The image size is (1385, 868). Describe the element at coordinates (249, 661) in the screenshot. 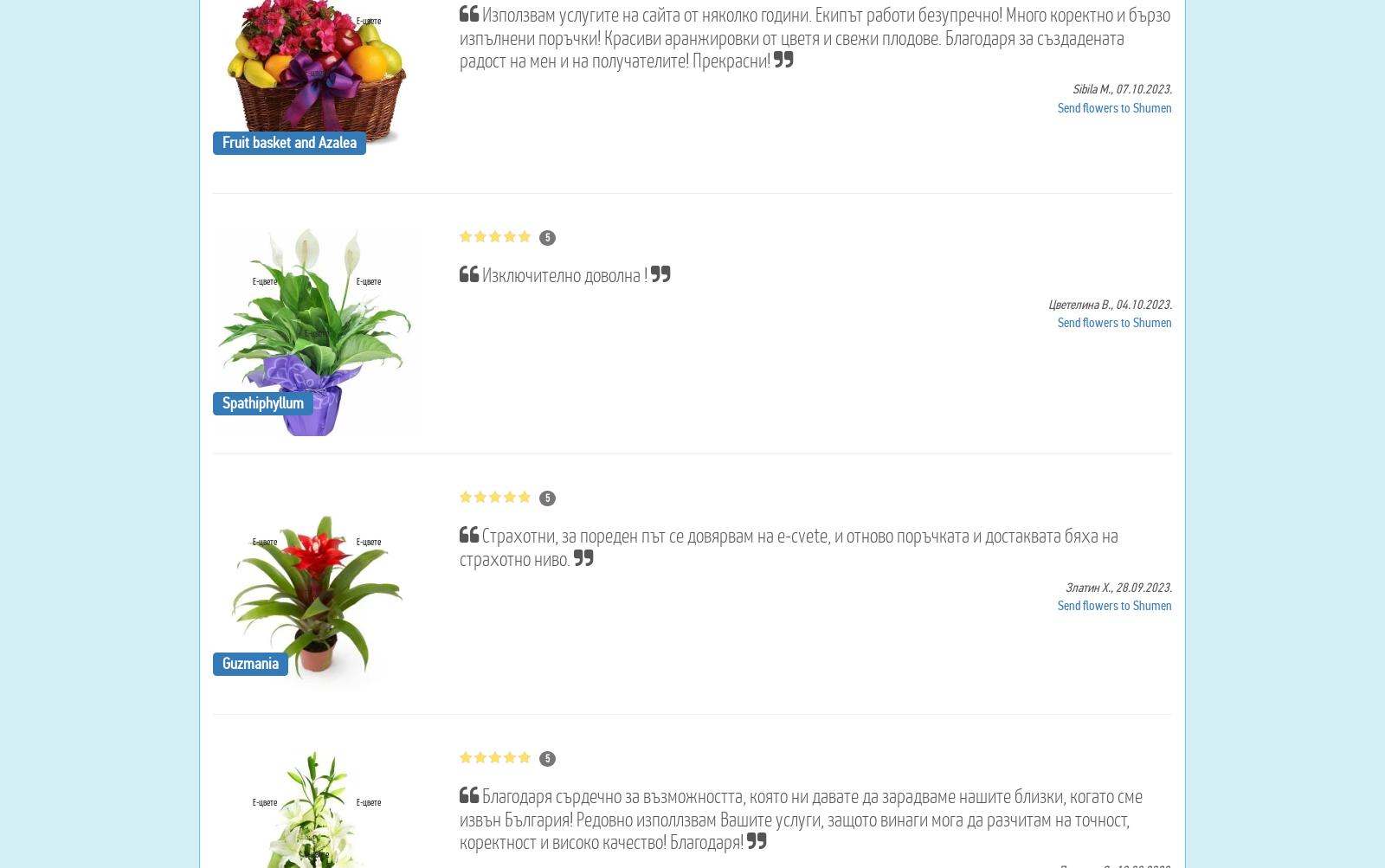

I see `'Guzmania'` at that location.